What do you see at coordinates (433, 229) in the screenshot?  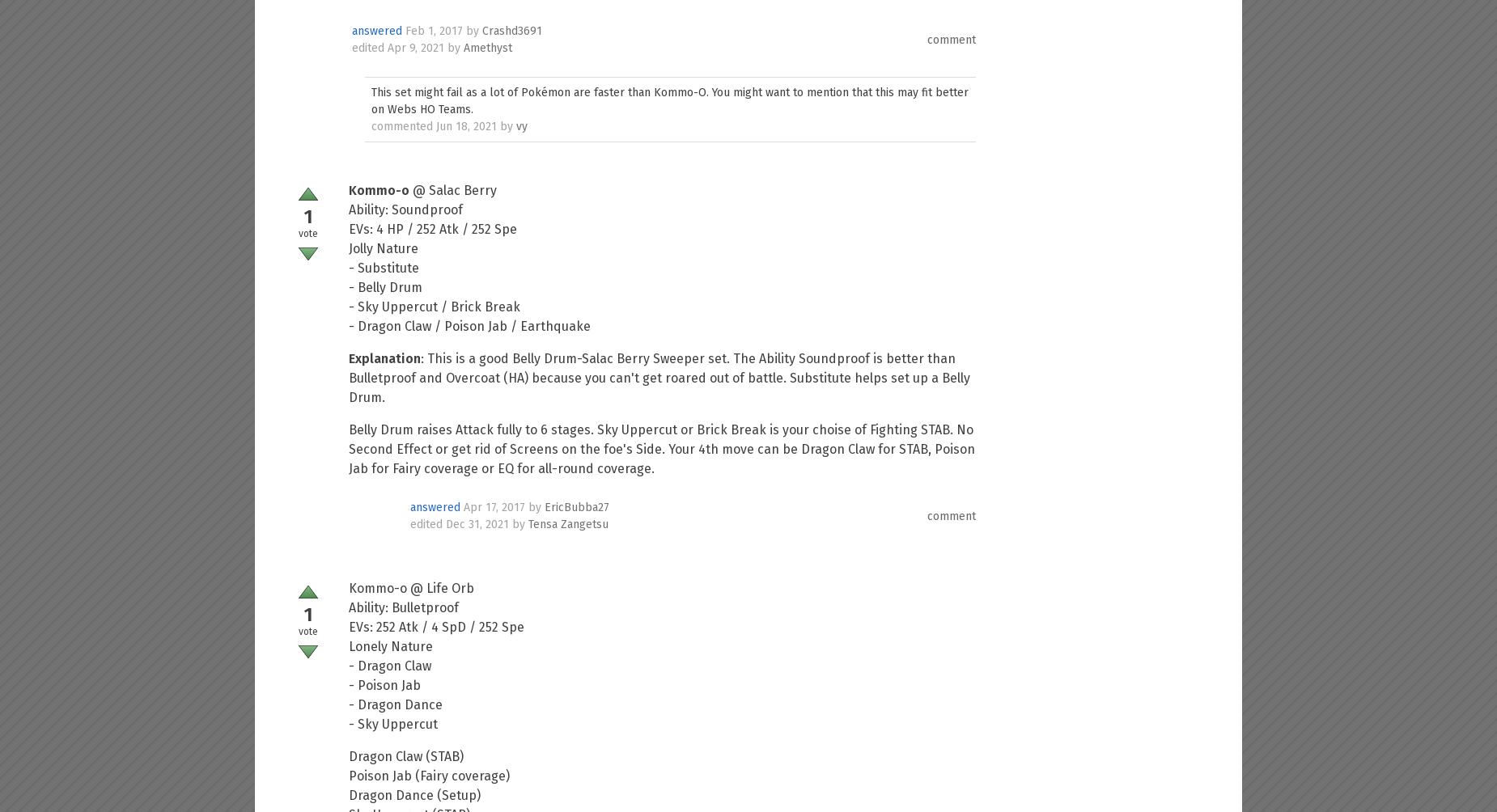 I see `'EVs: 4 HP / 252 Atk / 252 Spe'` at bounding box center [433, 229].